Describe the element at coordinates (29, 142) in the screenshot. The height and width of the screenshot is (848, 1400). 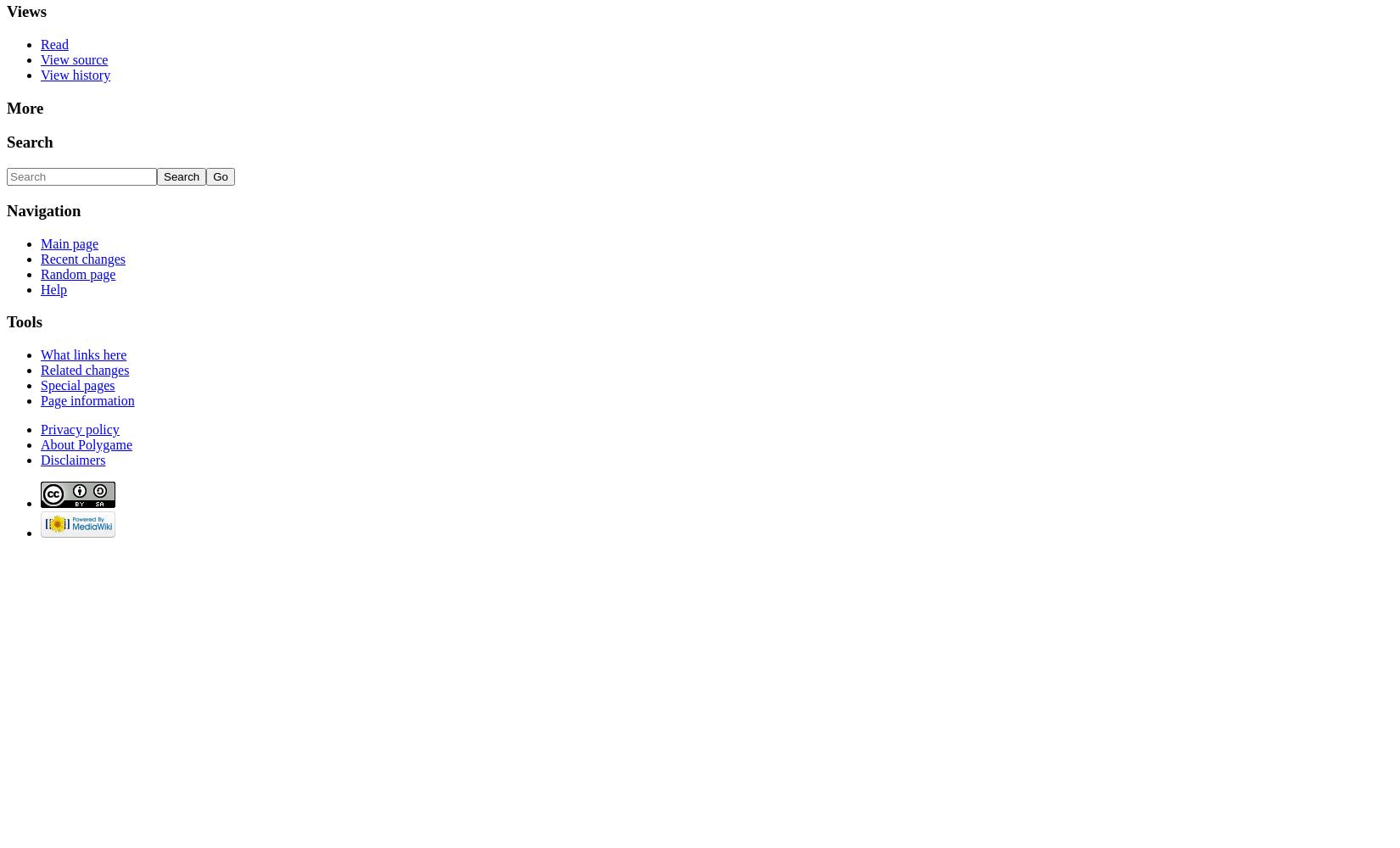
I see `'Search'` at that location.